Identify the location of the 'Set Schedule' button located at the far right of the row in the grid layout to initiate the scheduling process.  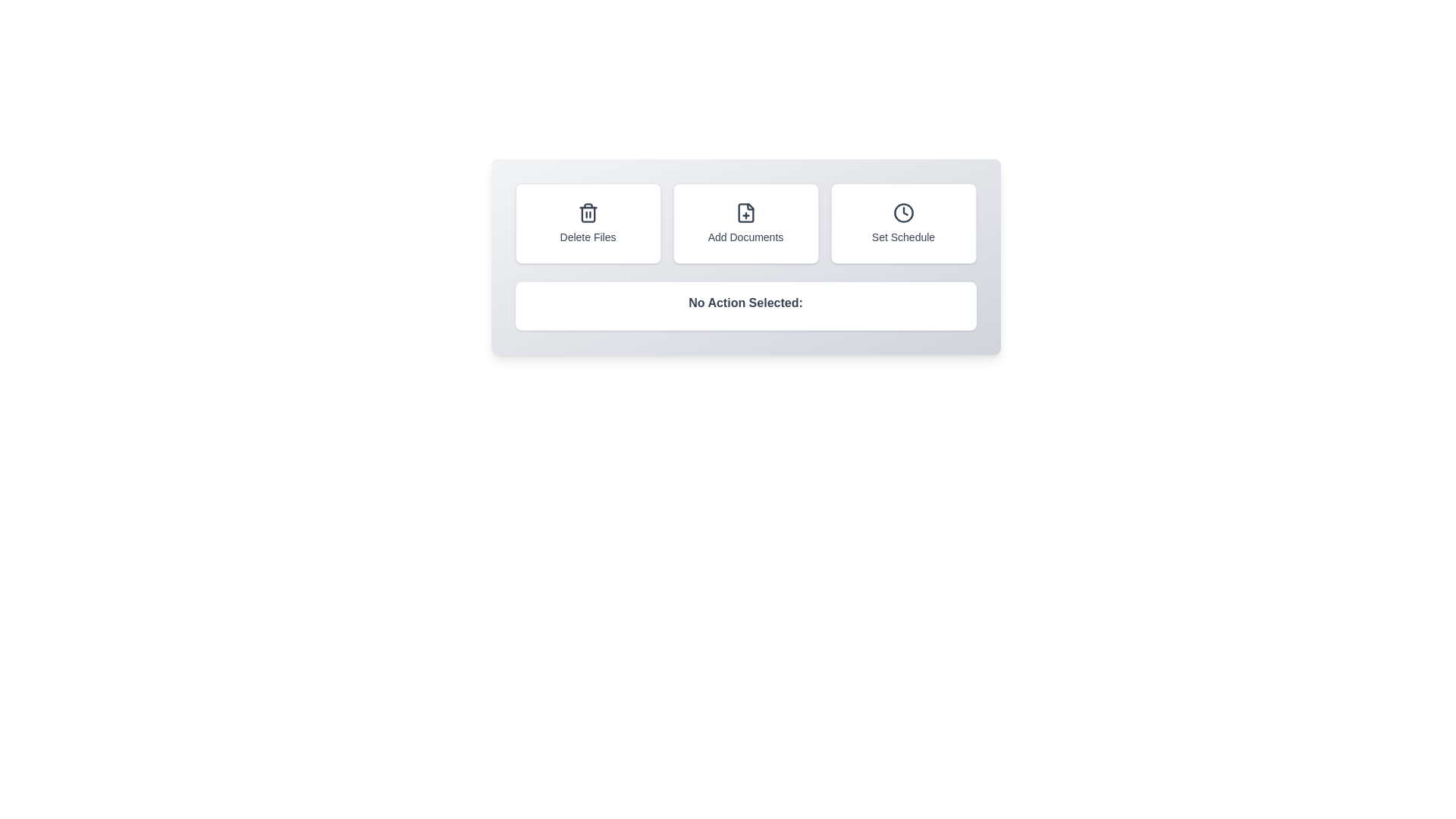
(903, 223).